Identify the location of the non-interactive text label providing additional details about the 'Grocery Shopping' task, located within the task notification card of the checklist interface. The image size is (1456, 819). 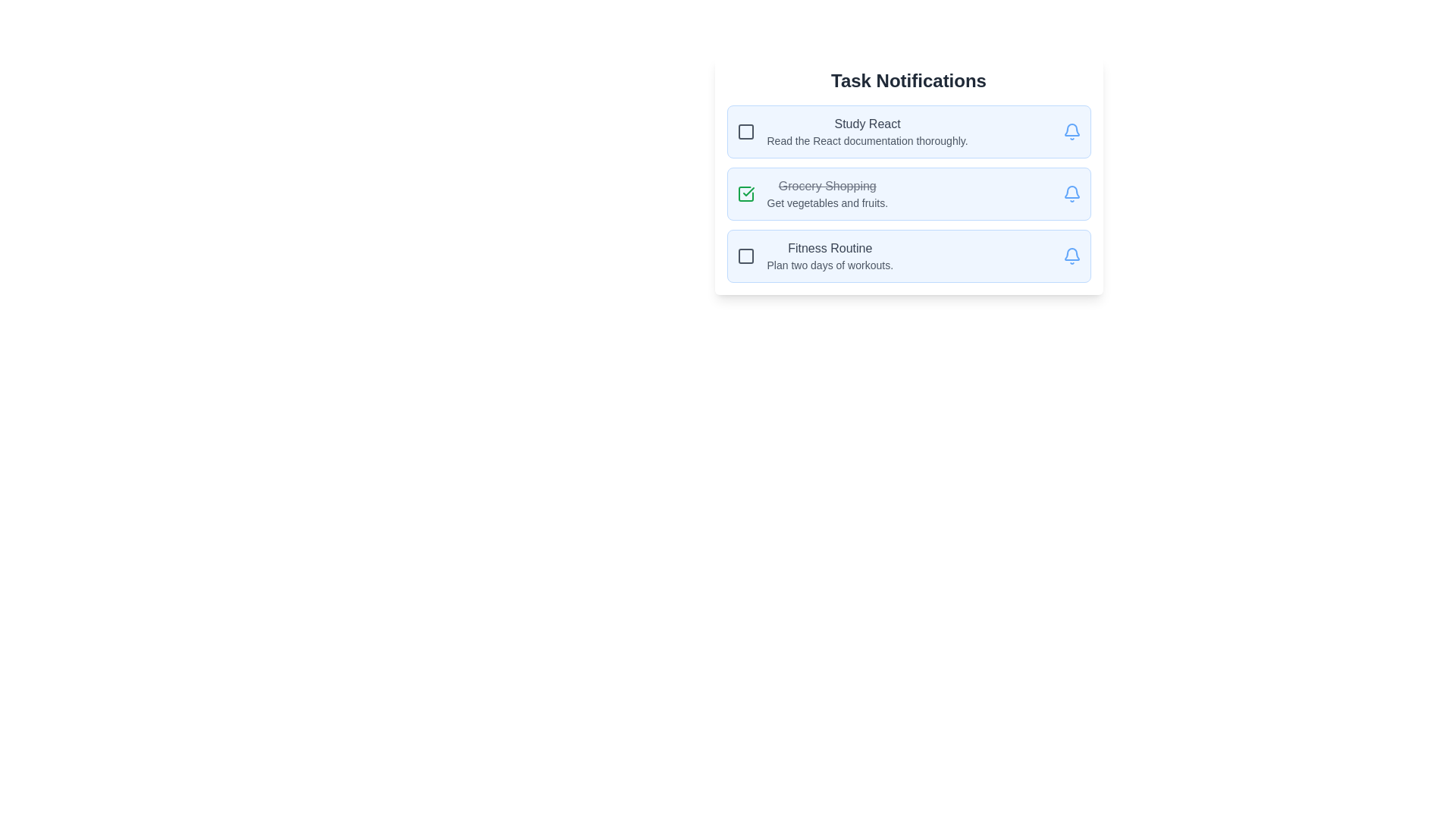
(827, 202).